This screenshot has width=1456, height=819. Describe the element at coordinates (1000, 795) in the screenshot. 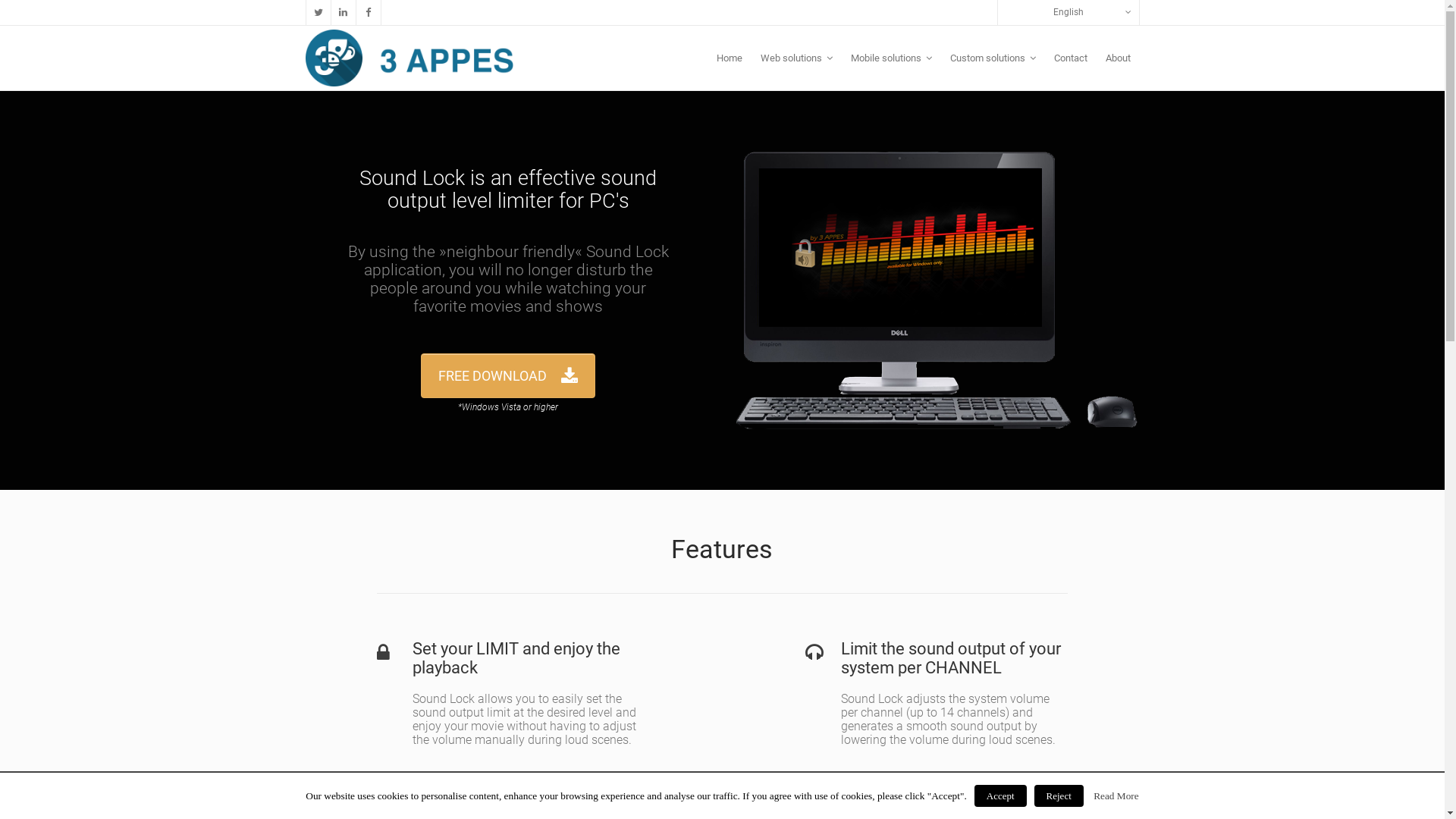

I see `'Accept'` at that location.